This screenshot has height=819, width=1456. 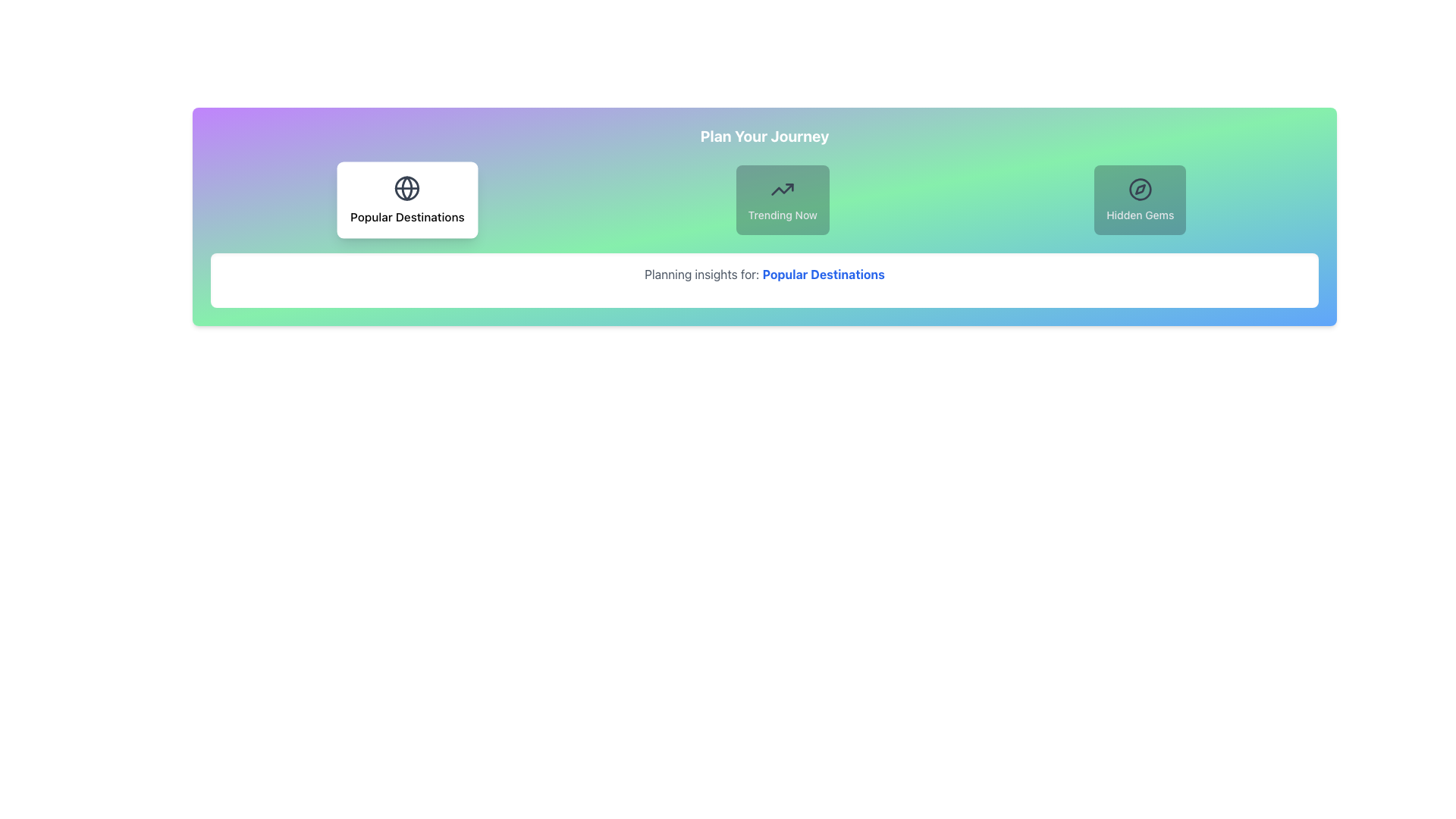 What do you see at coordinates (764, 281) in the screenshot?
I see `the static informational text block that contains the text 'Planning insights for: Popular Destinations', which is styled with gray text and the phrase 'Popular Destinations' in blue, bold font` at bounding box center [764, 281].